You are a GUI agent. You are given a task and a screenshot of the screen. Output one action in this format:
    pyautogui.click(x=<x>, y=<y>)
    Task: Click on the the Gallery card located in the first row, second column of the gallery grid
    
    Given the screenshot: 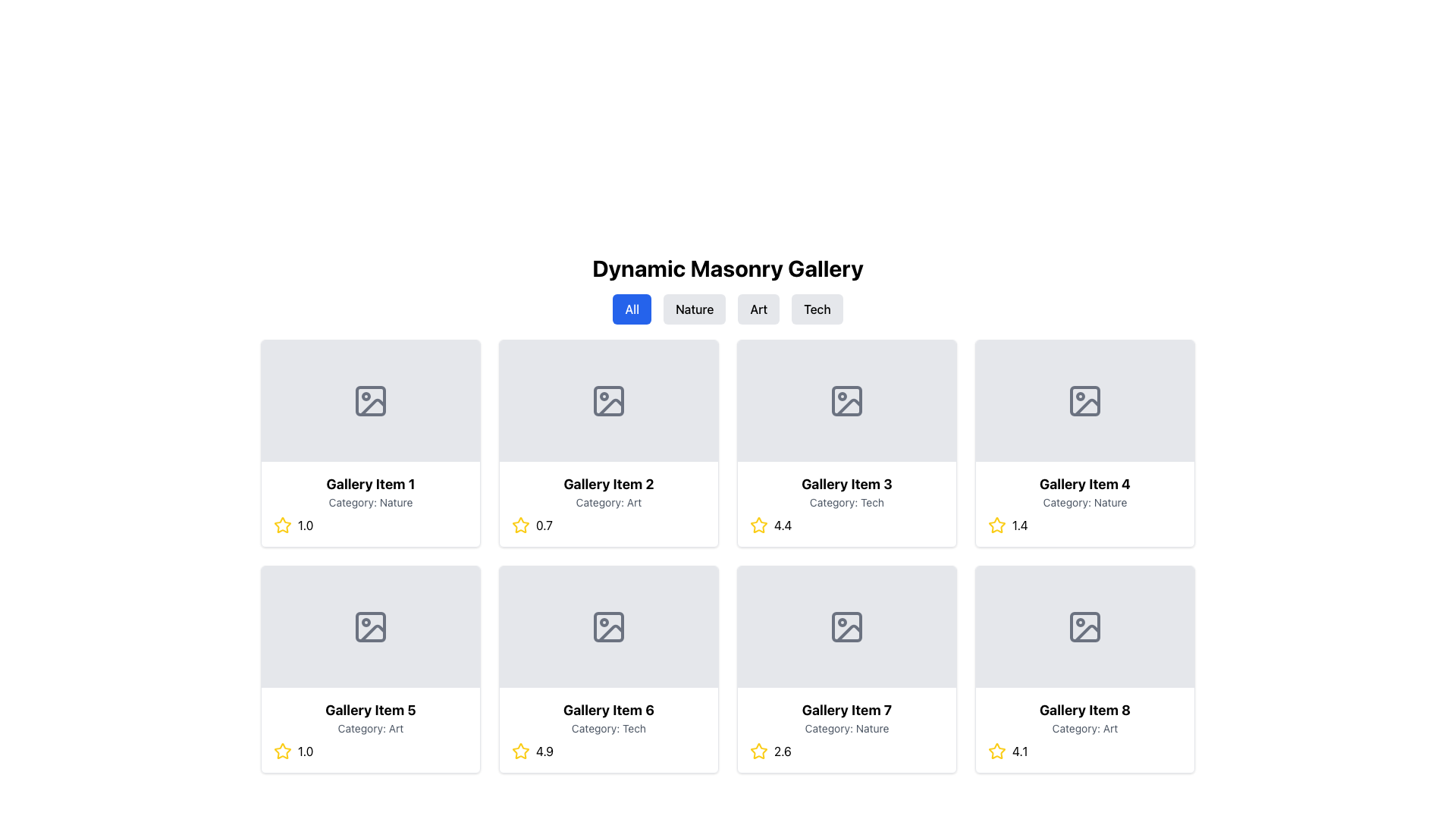 What is the action you would take?
    pyautogui.click(x=608, y=444)
    